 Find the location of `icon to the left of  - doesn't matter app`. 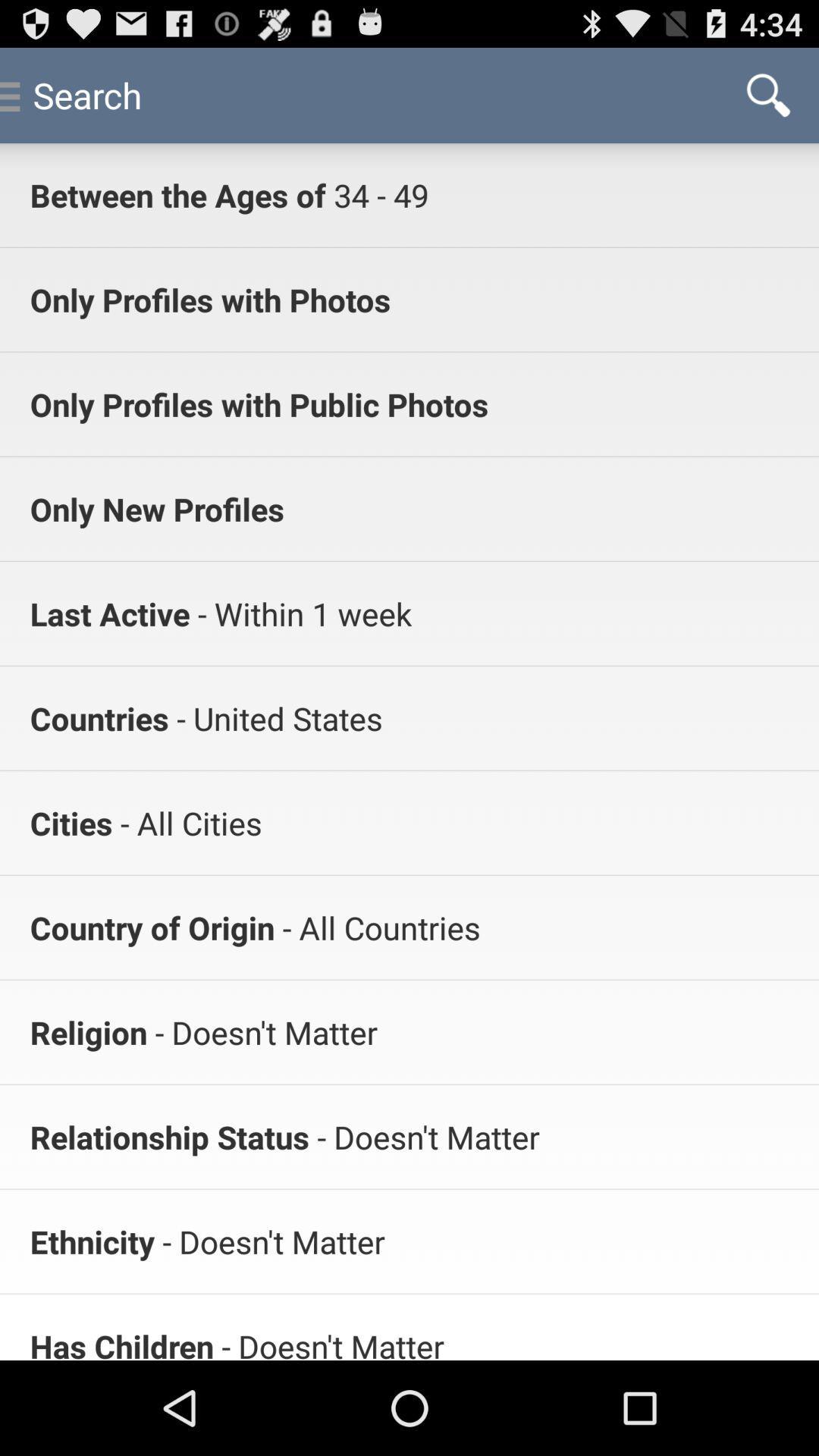

icon to the left of  - doesn't matter app is located at coordinates (92, 1241).